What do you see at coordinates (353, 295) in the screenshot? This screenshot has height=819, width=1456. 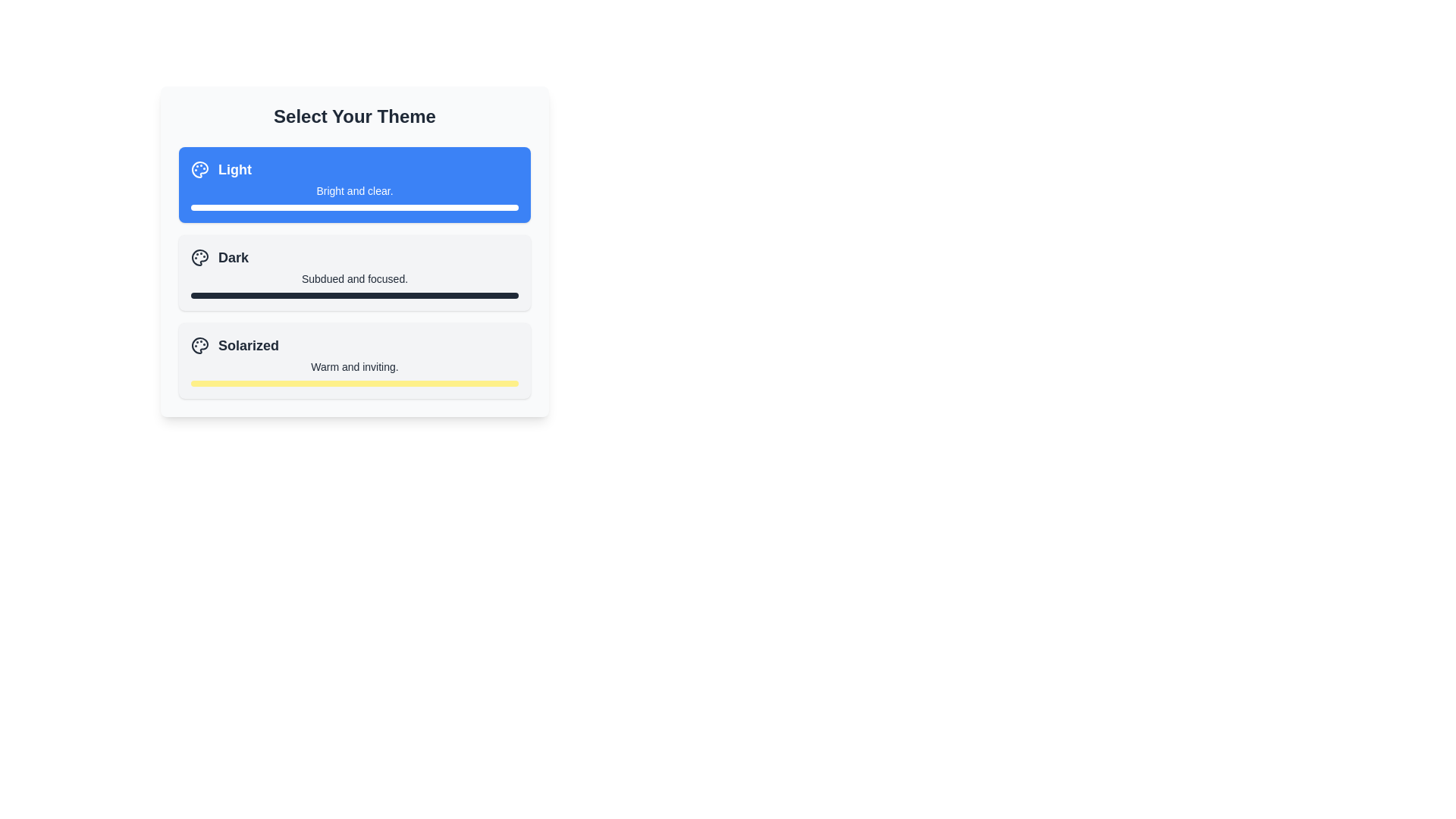 I see `the thin, horizontal dark gray progress bar located below the 'Subdued and focused.' text in the second theme selection card` at bounding box center [353, 295].